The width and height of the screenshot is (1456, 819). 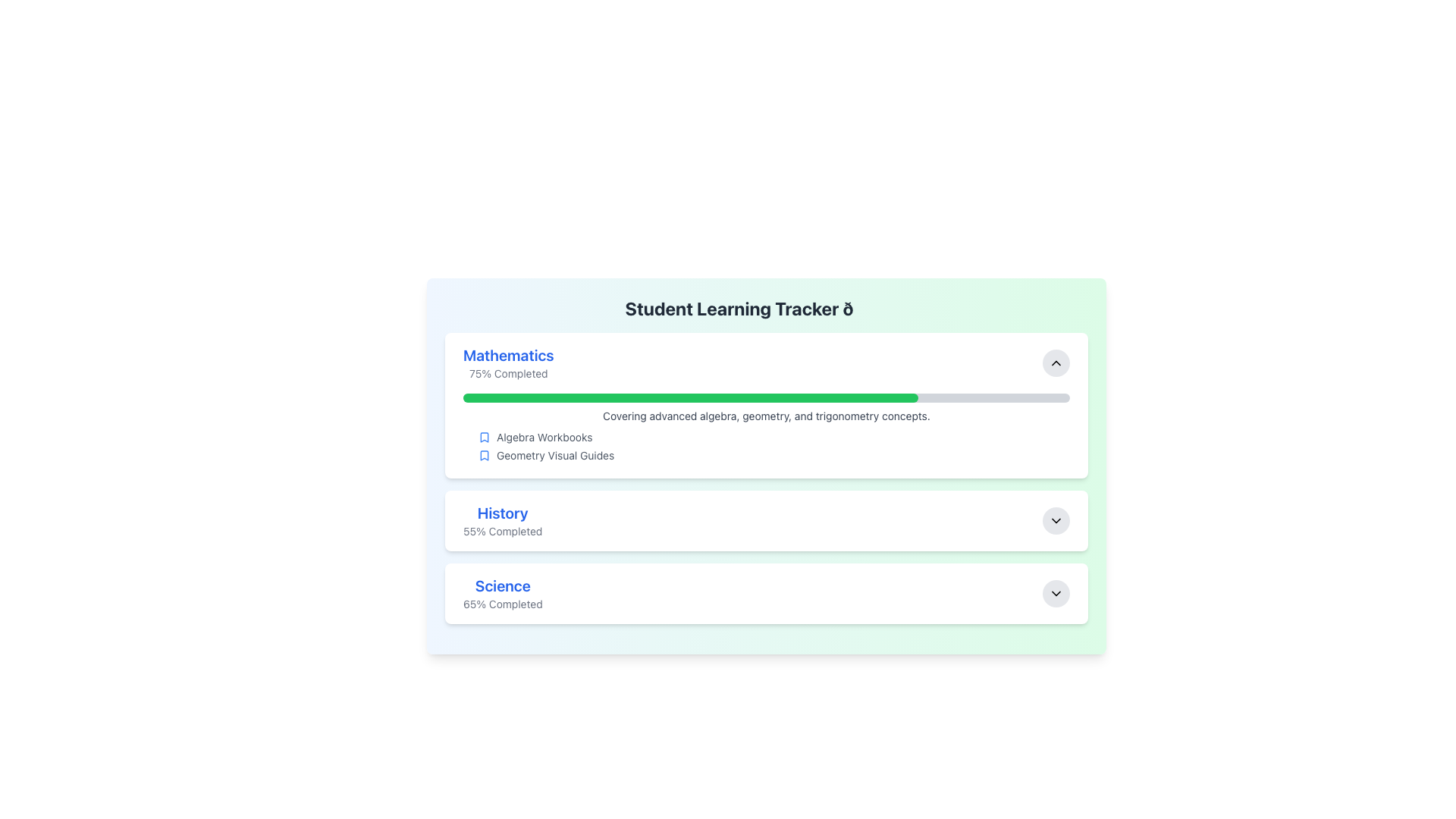 What do you see at coordinates (1055, 593) in the screenshot?
I see `the circular button containing the downward-pointing chevron icon` at bounding box center [1055, 593].